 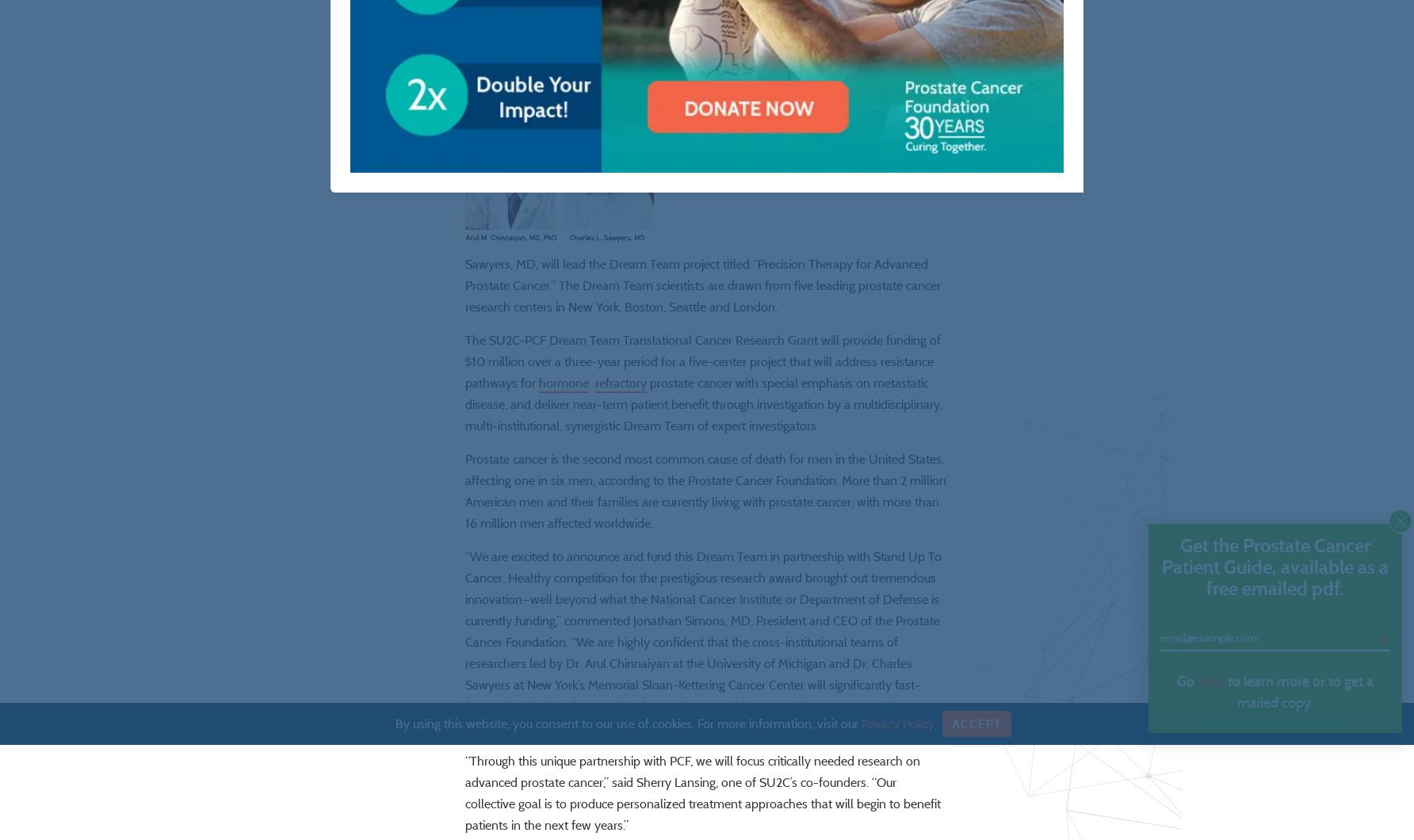 I want to click on 'Privacy Policy', so click(x=859, y=723).